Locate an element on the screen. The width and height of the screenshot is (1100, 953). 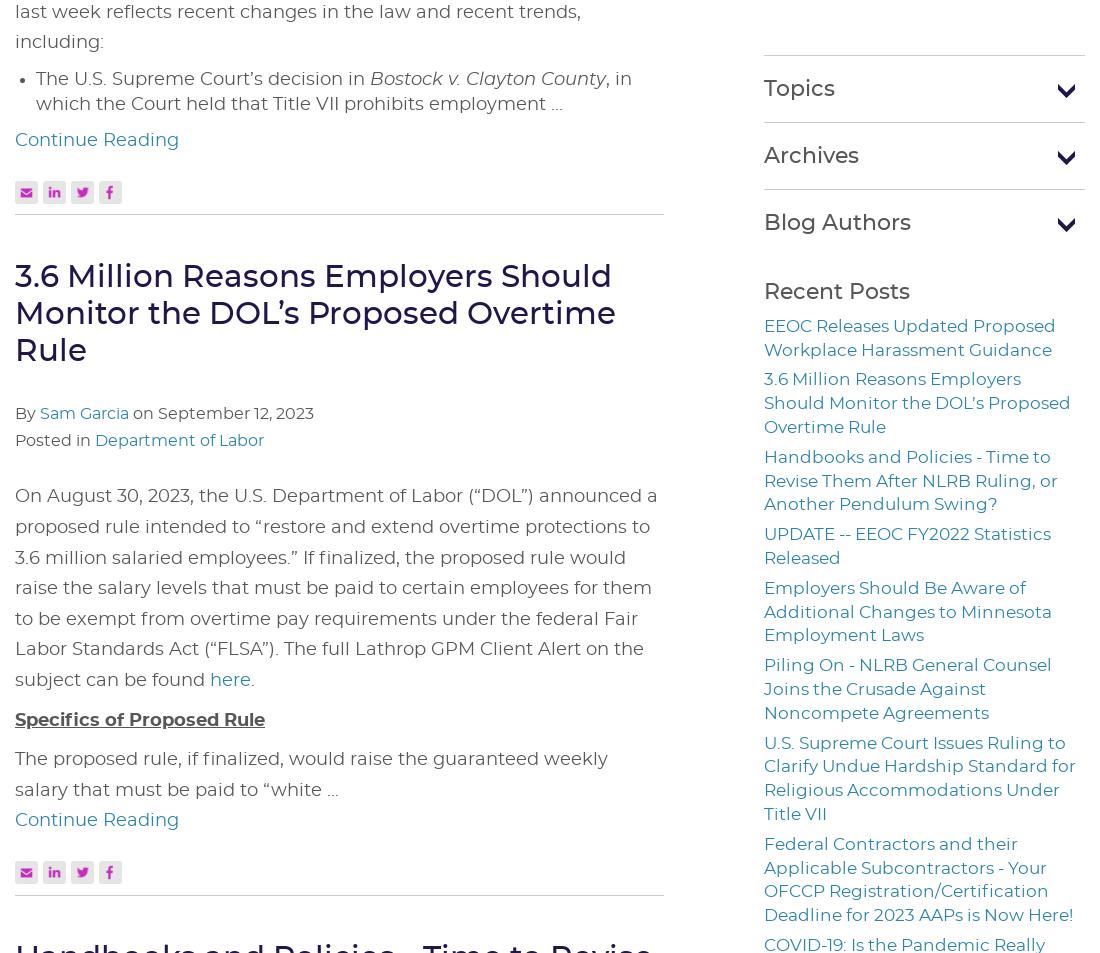
'.' is located at coordinates (253, 681).